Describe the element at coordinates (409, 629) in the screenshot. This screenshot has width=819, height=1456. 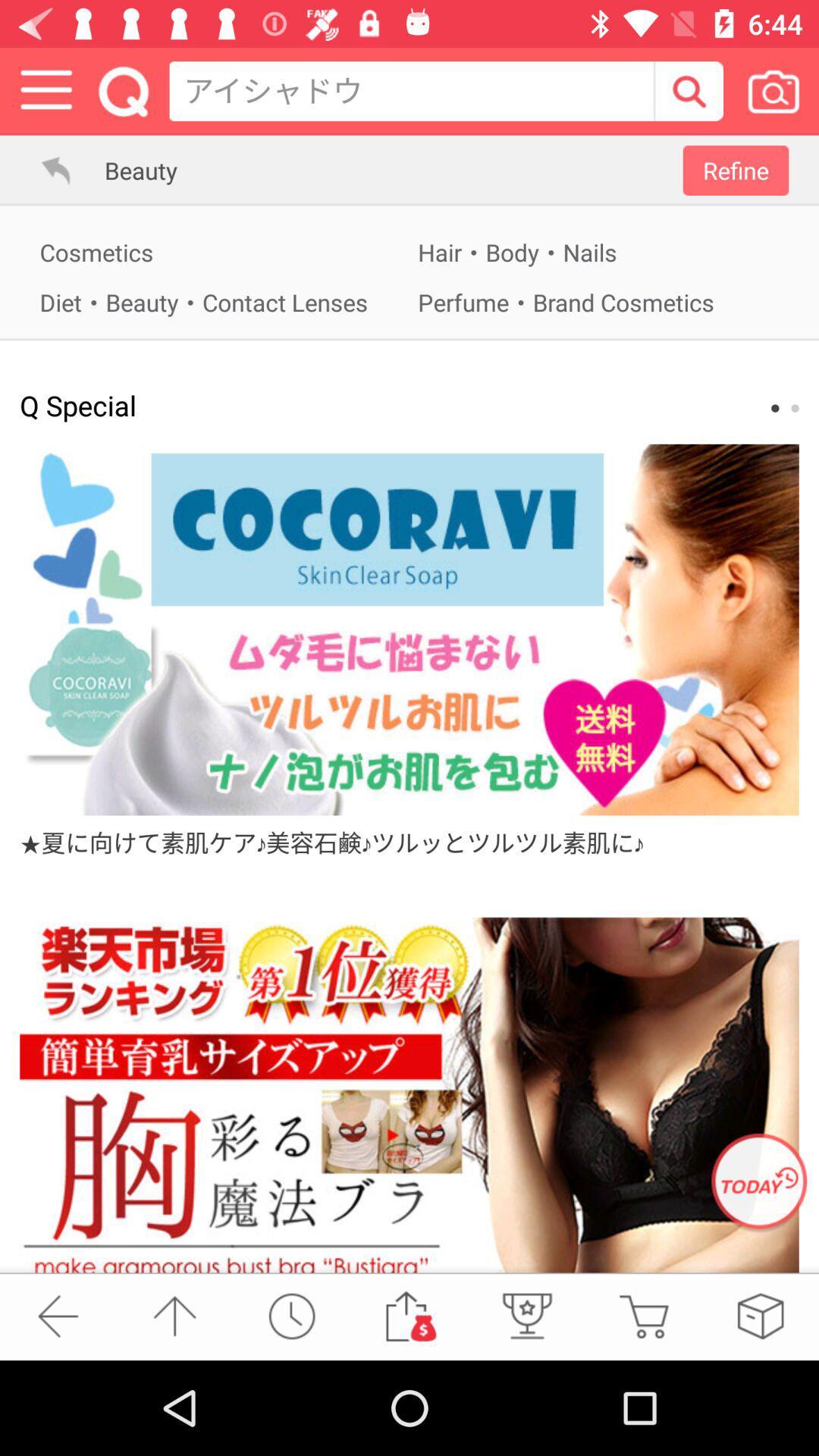
I see `about add` at that location.